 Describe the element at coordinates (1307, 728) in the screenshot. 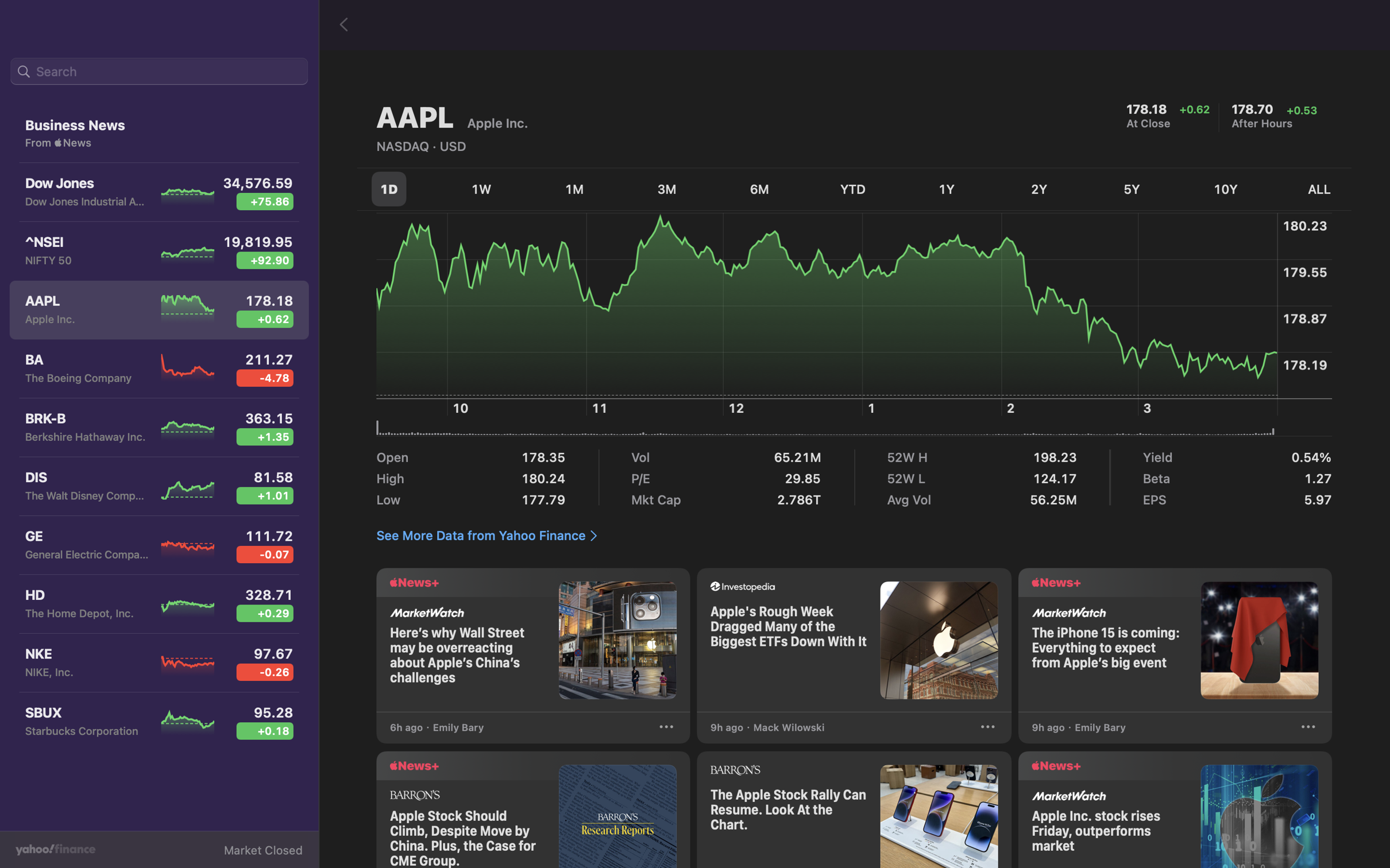

I see `on the "3 dots"` at that location.